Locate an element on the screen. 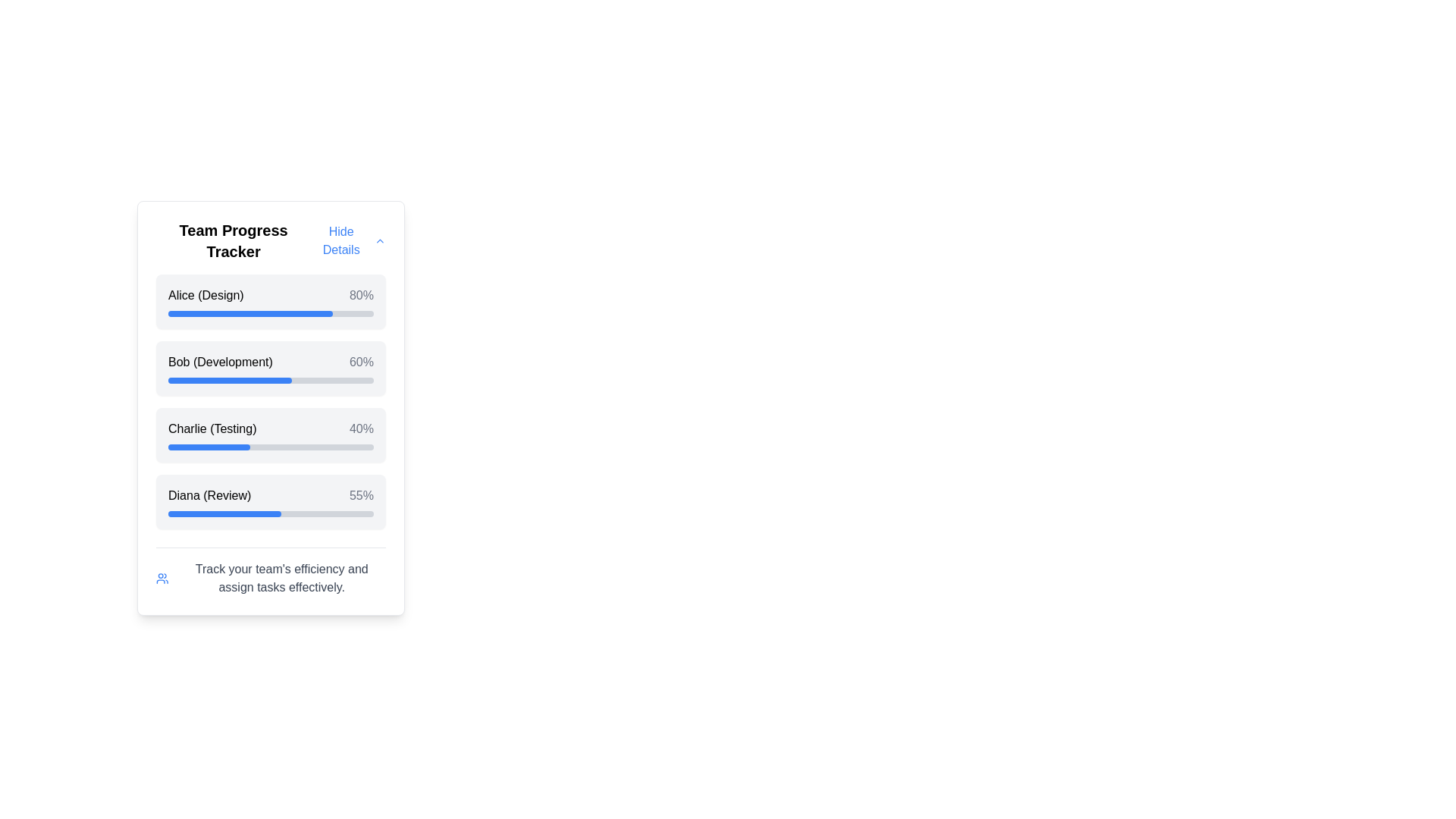  text content of the Text Label displaying '80%', which is styled in gray and positioned to the right of 'Alice (Design)' in the progress tracker is located at coordinates (360, 295).